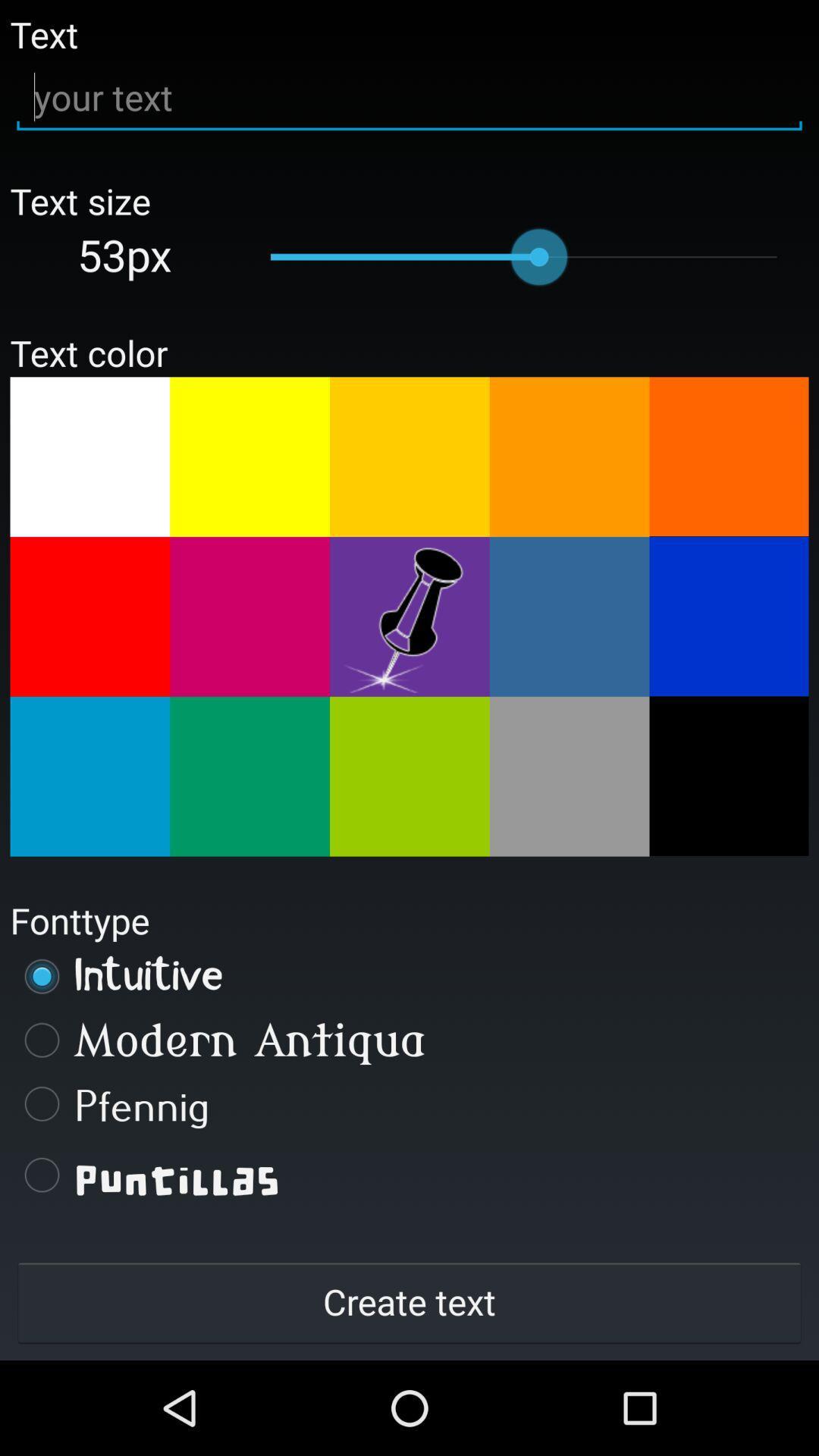 This screenshot has width=819, height=1456. Describe the element at coordinates (409, 1039) in the screenshot. I see `the radio button above the pfennig radio button` at that location.